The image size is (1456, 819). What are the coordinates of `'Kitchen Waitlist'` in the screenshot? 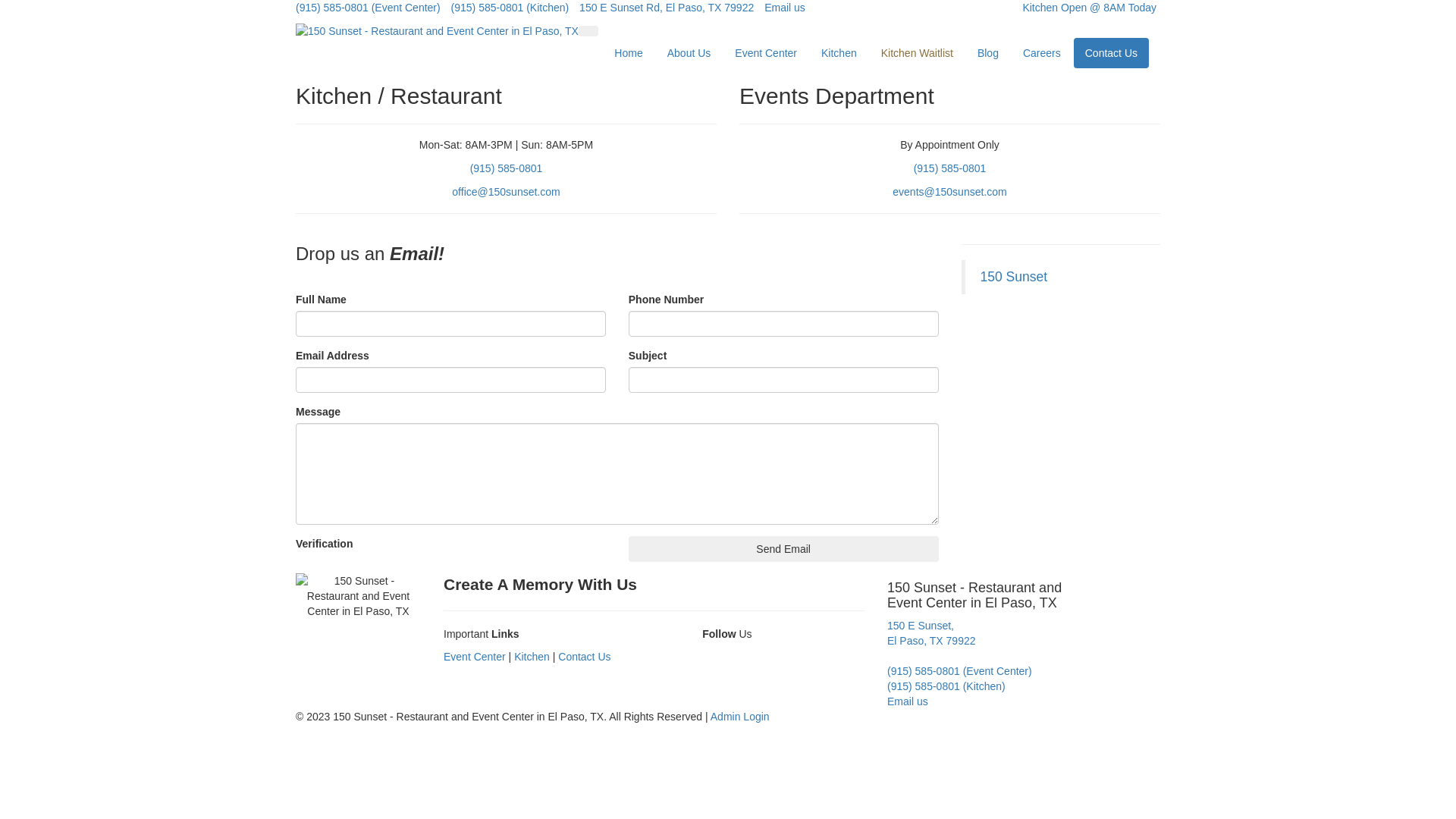 It's located at (916, 52).